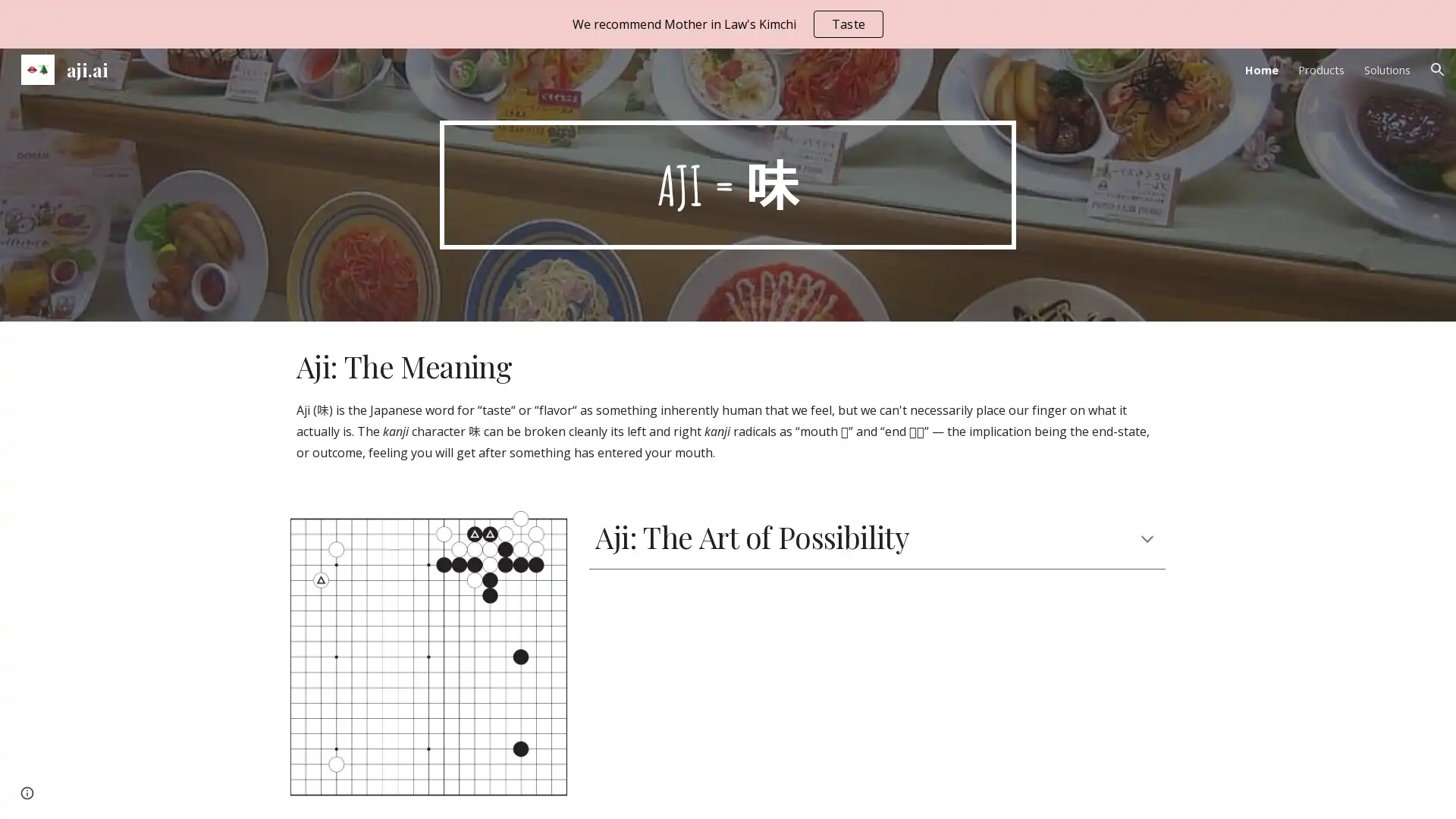 Image resolution: width=1456 pixels, height=819 pixels. I want to click on Skip to navigation, so click(864, 28).